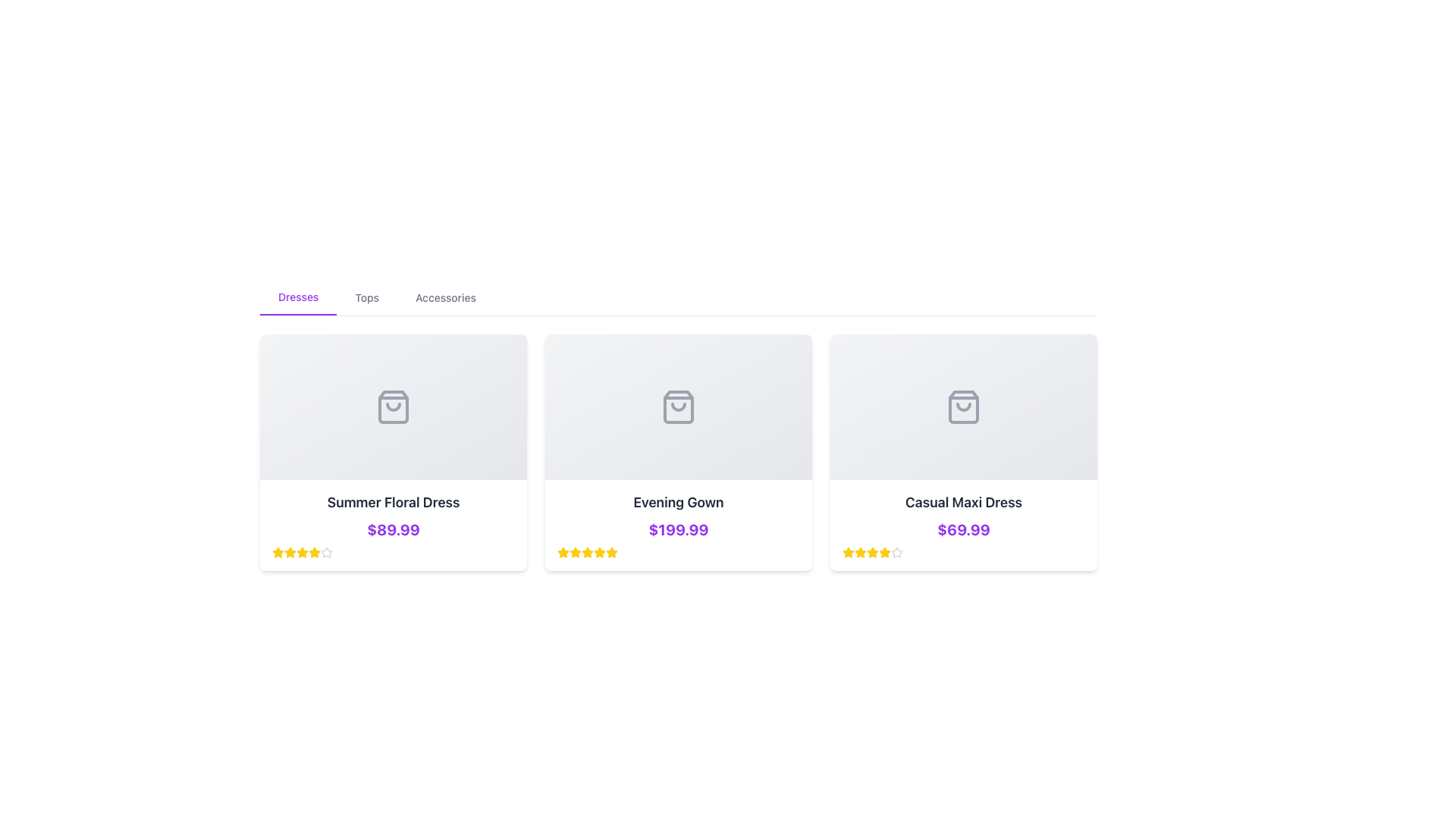 The height and width of the screenshot is (819, 1456). What do you see at coordinates (963, 406) in the screenshot?
I see `the shopping bag icon located in the third card titled 'Casual Maxi Dress', which is characterized by its gray color and rectangular shape with a curved handle` at bounding box center [963, 406].